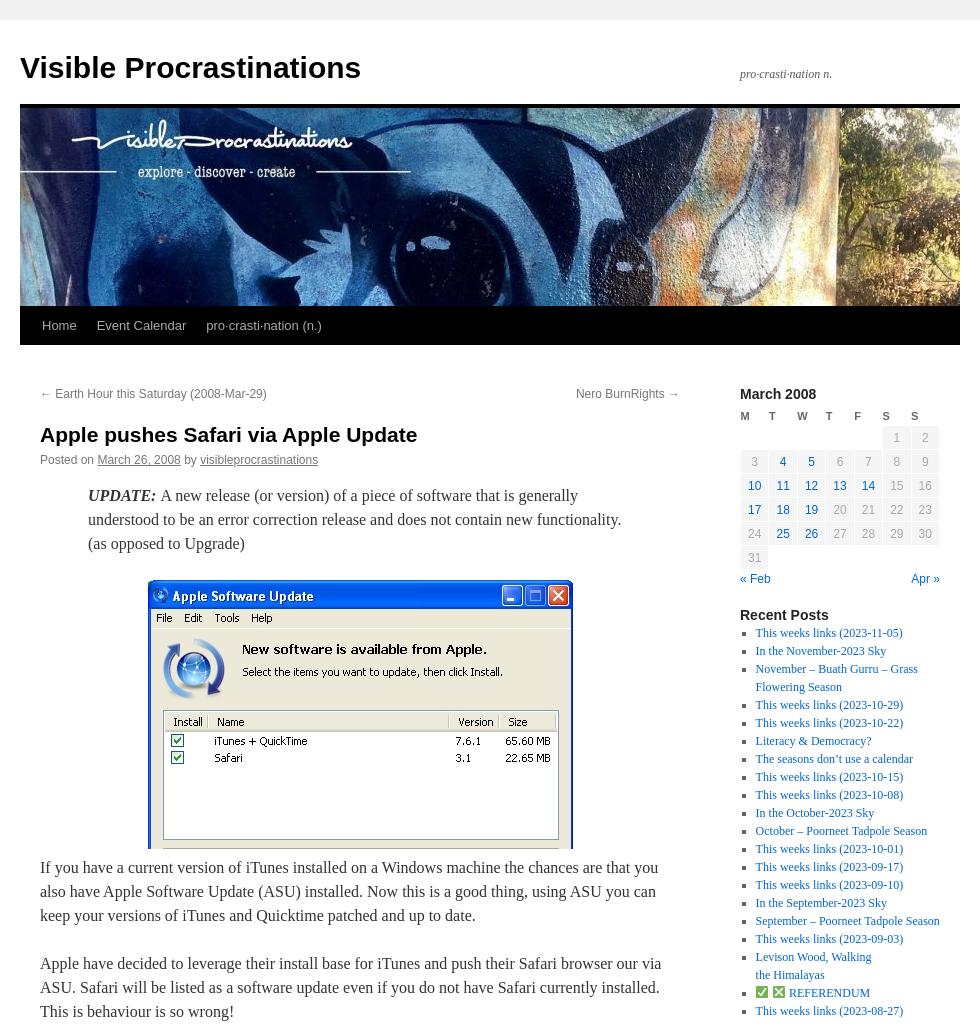 The height and width of the screenshot is (1029, 980). I want to click on '4', so click(782, 462).